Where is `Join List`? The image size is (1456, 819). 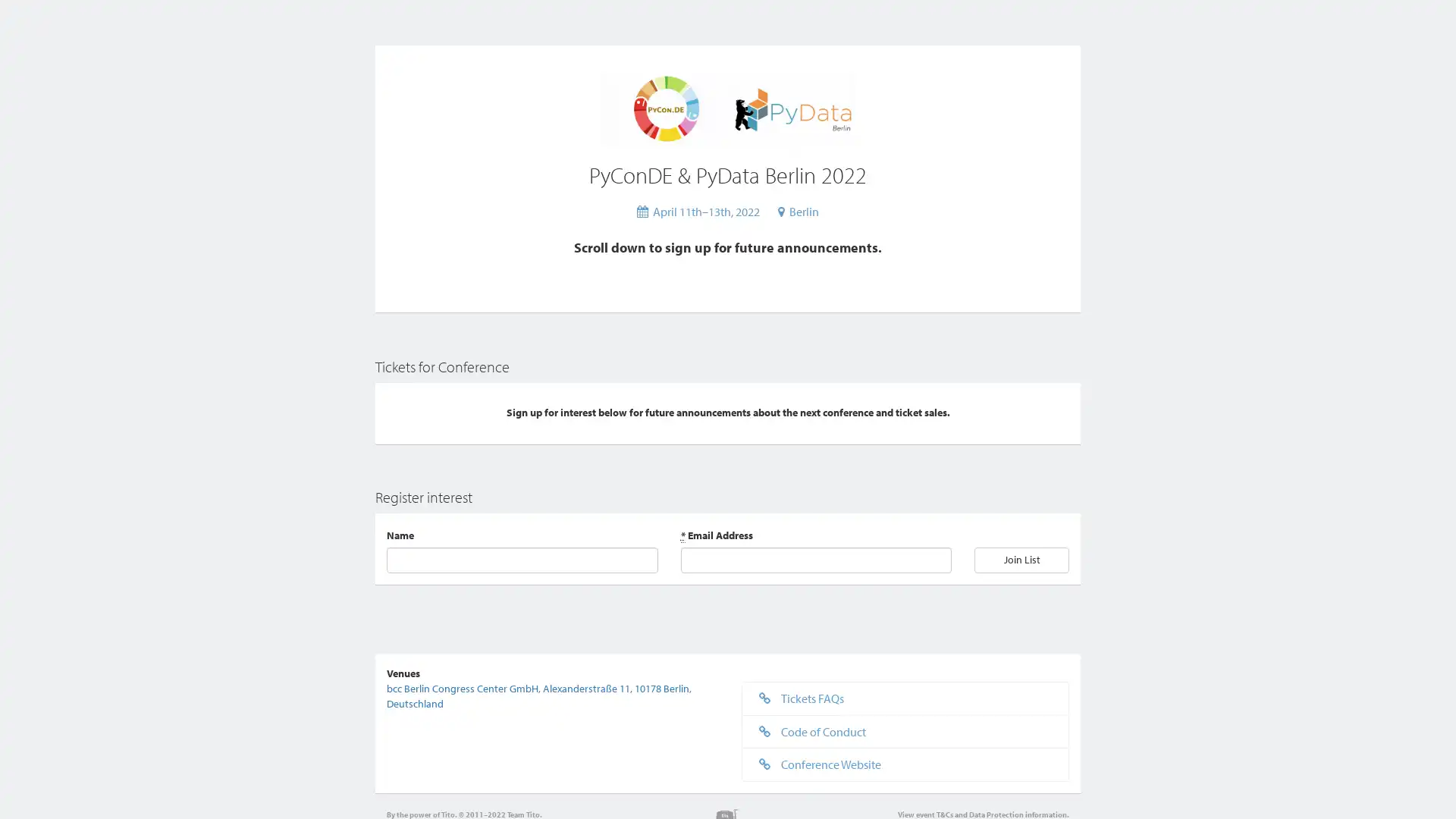
Join List is located at coordinates (1021, 559).